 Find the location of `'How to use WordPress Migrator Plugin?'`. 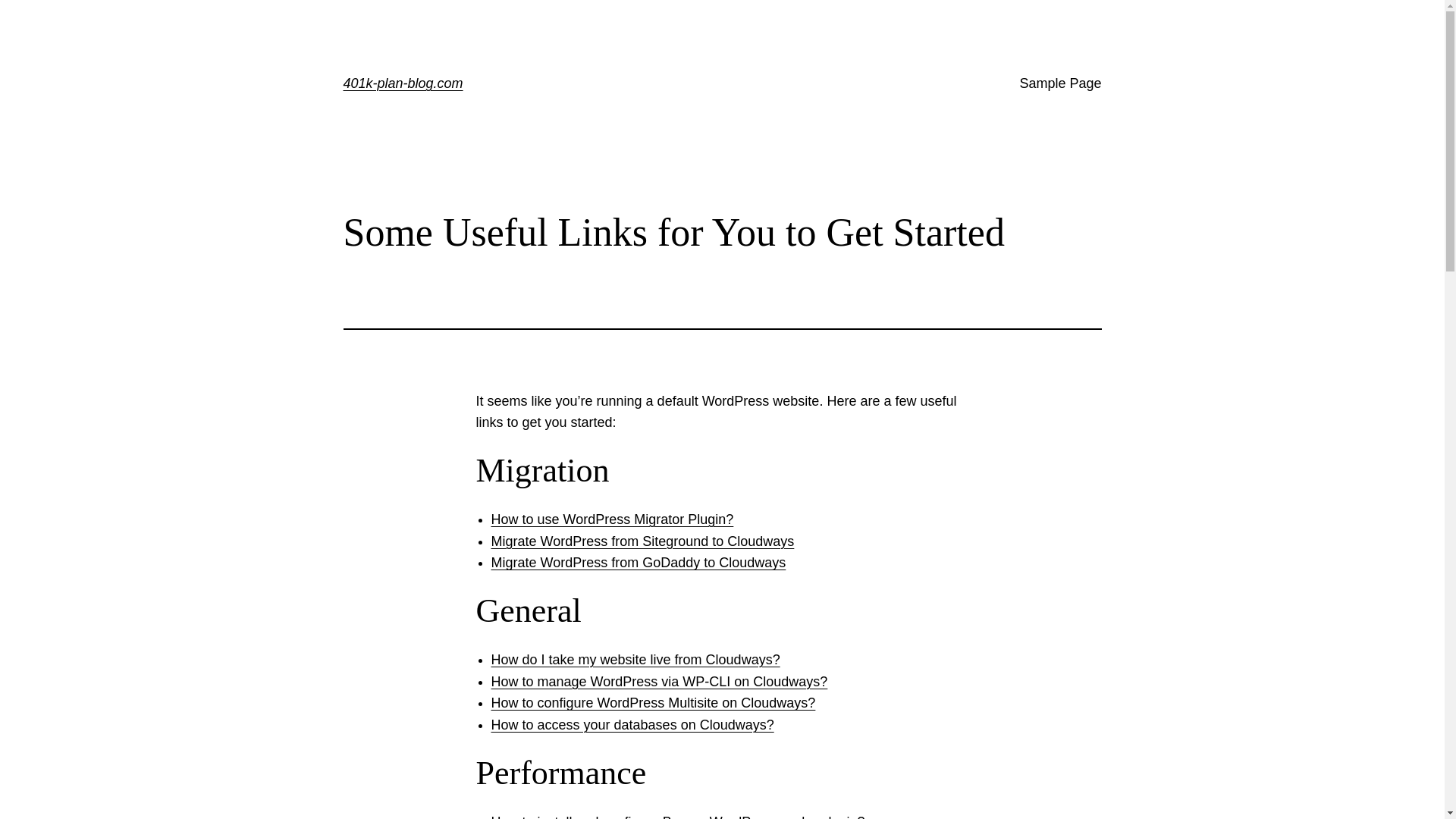

'How to use WordPress Migrator Plugin?' is located at coordinates (612, 519).